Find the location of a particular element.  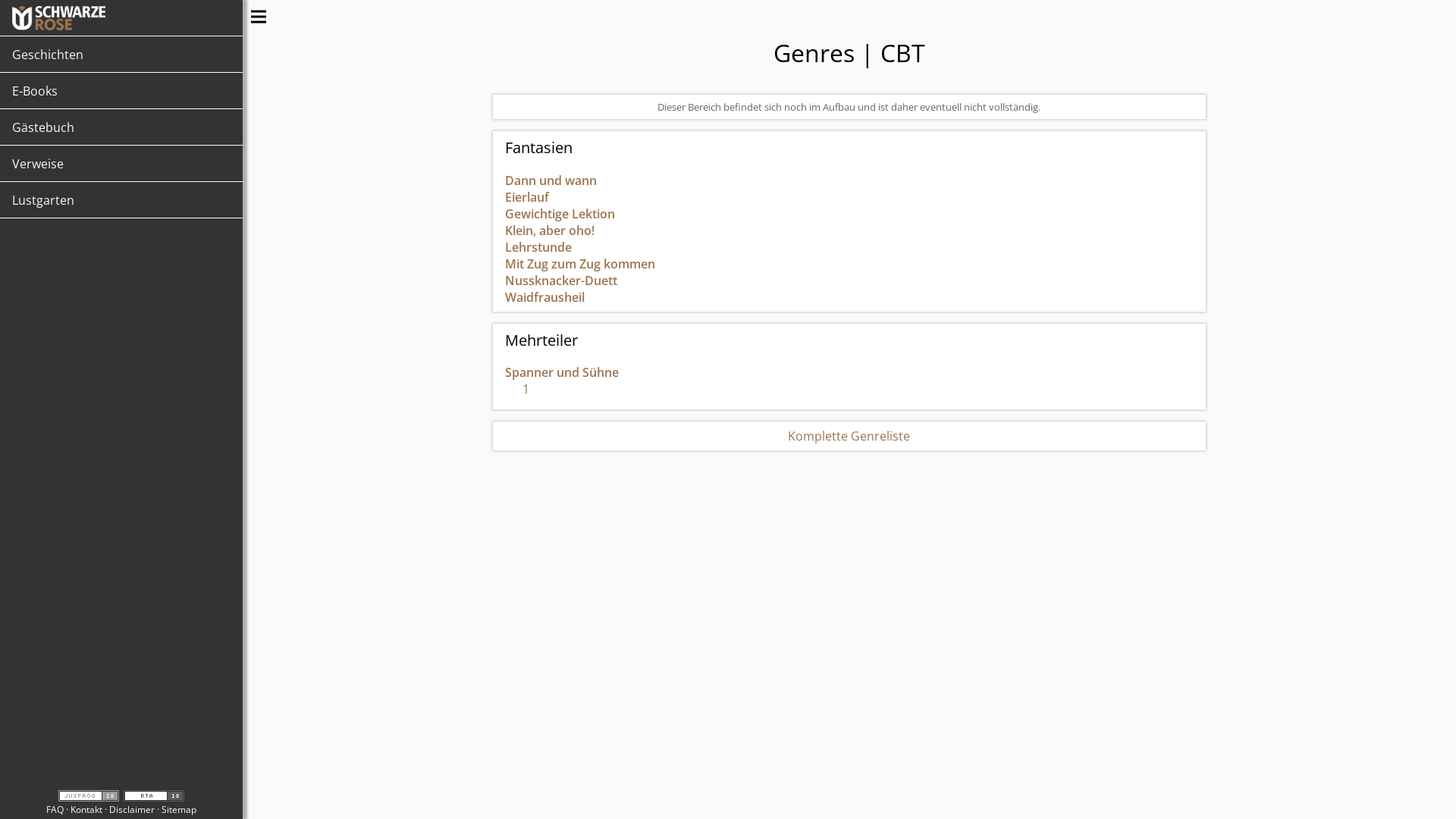

'Sitemap' is located at coordinates (178, 808).